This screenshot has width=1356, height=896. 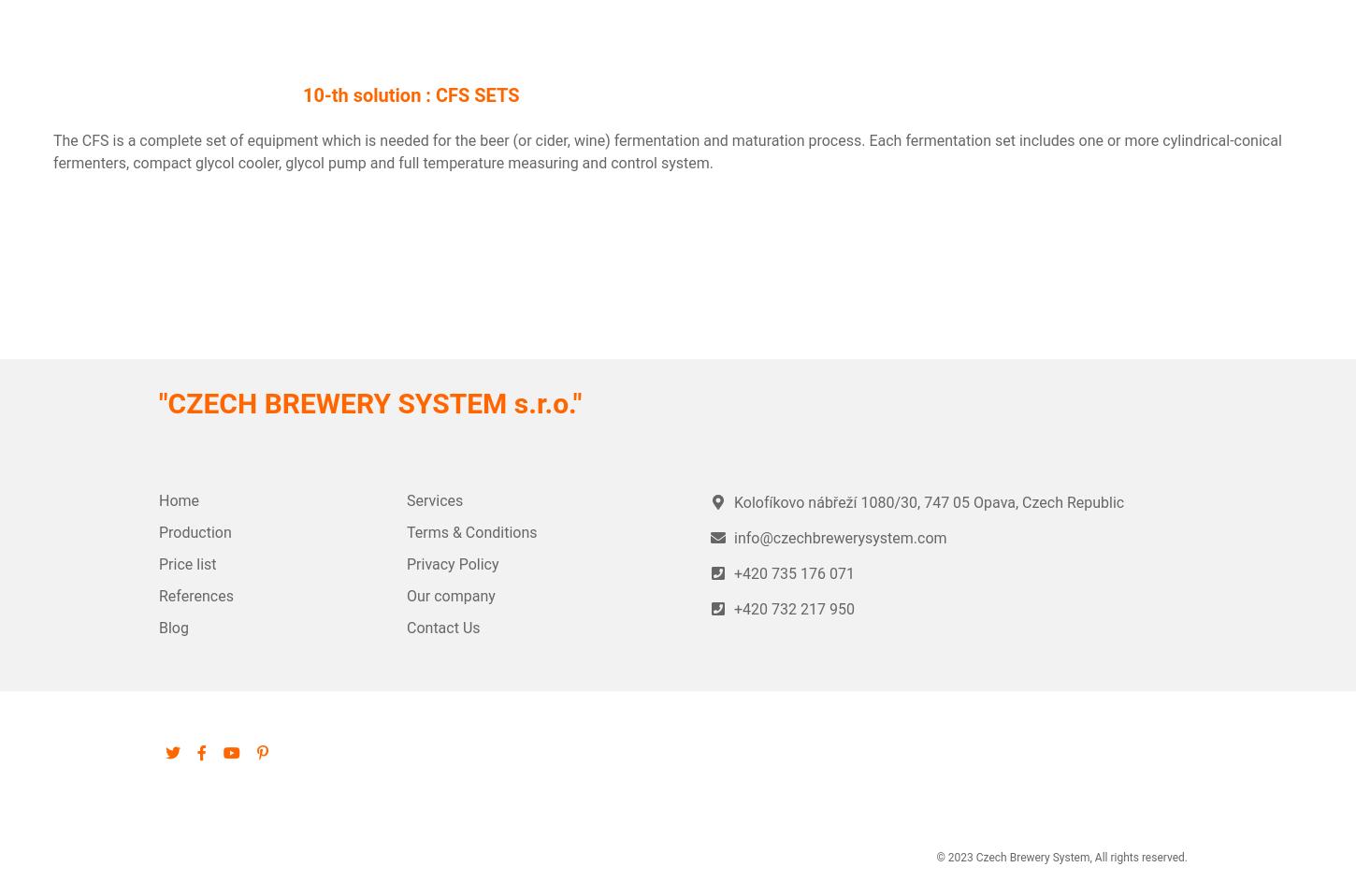 What do you see at coordinates (734, 608) in the screenshot?
I see `'+420 732 217 950'` at bounding box center [734, 608].